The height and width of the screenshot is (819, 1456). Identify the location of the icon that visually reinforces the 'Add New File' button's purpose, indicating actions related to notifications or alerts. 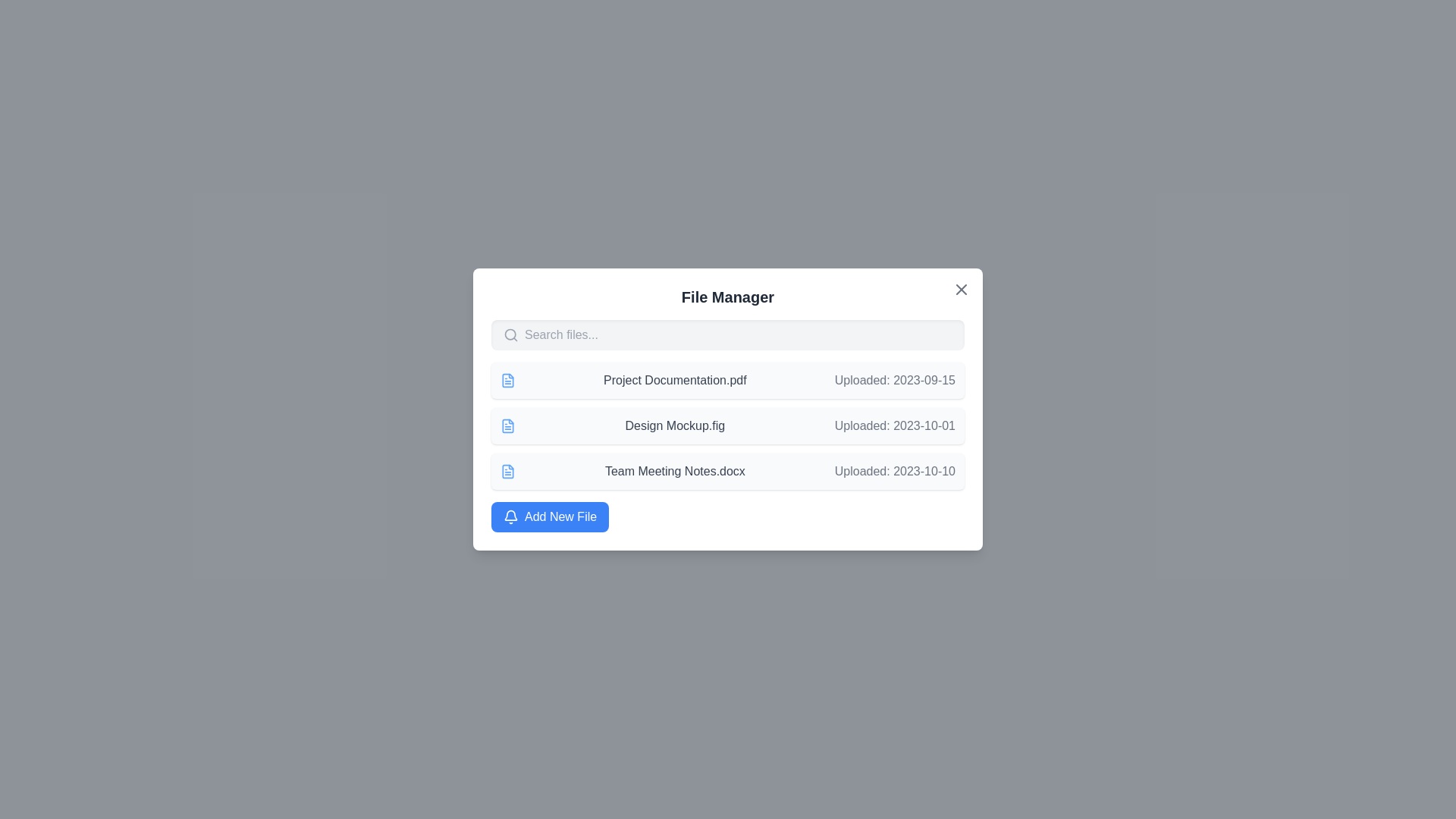
(510, 516).